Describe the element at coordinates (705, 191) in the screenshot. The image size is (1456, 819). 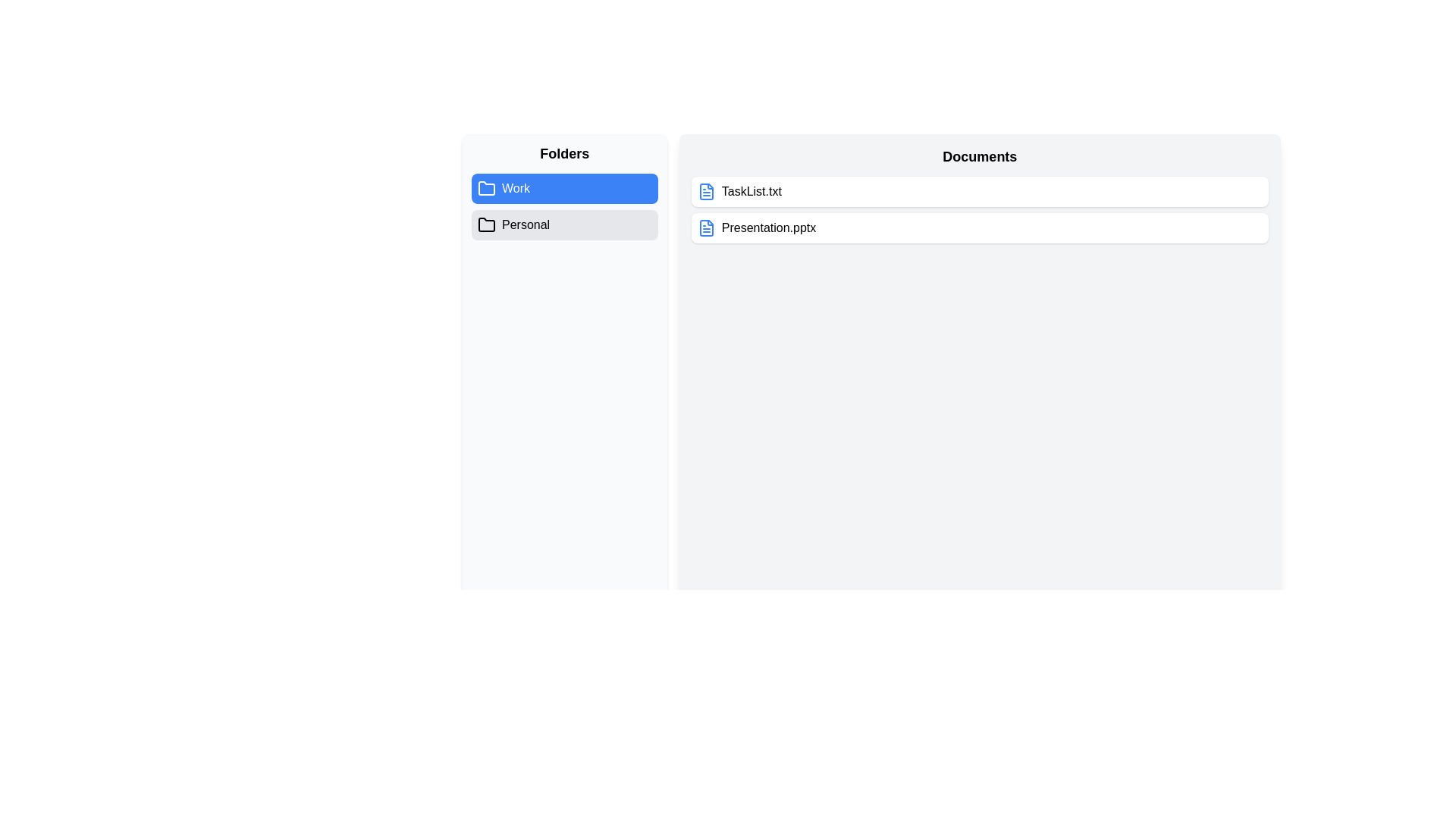
I see `the blue document icon located to the left of the 'TaskList.txt' entry in the list` at that location.